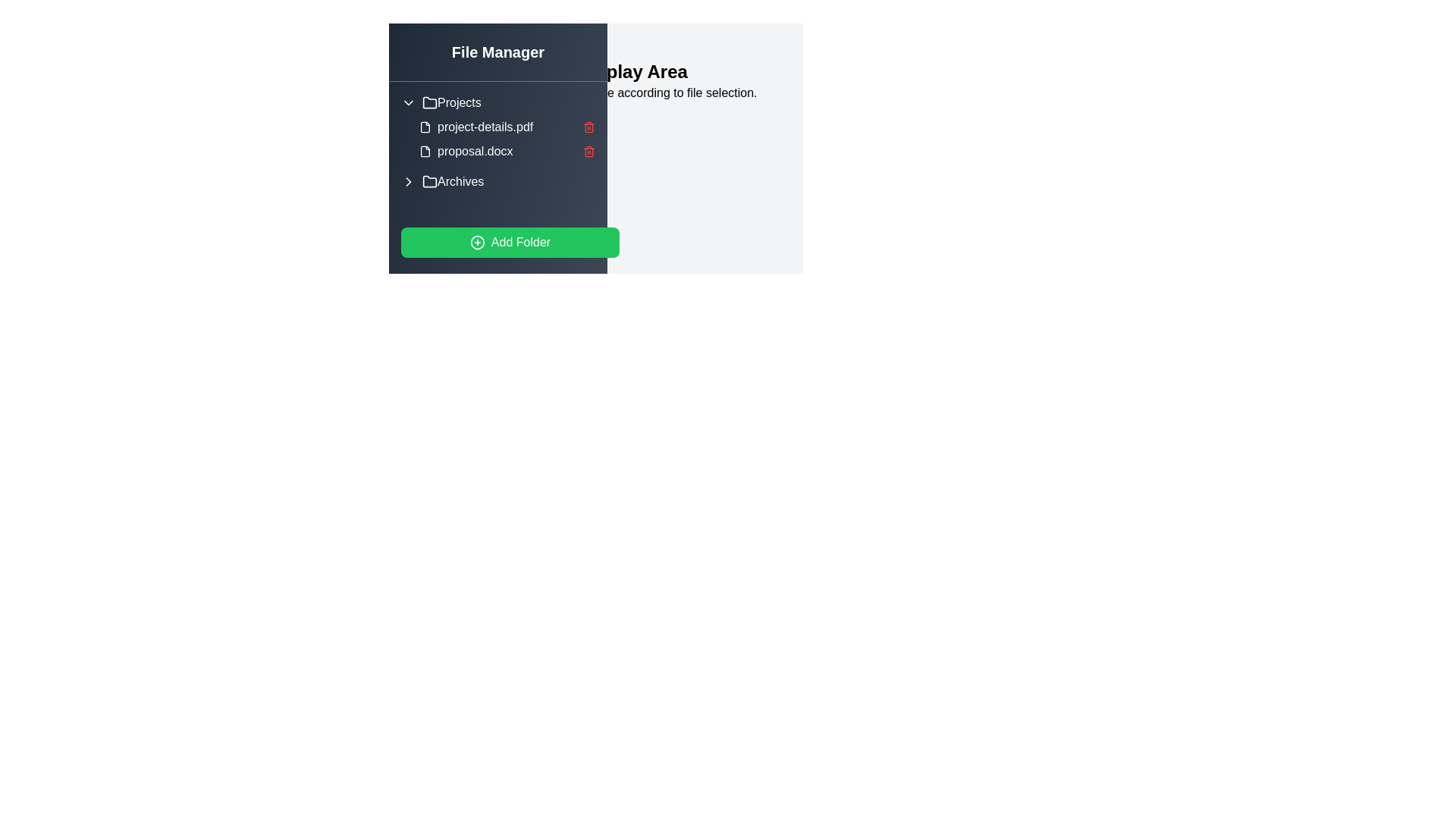 Image resolution: width=1456 pixels, height=819 pixels. Describe the element at coordinates (425, 127) in the screenshot. I see `the file icon representing 'project-details.pdf' in the file list` at that location.